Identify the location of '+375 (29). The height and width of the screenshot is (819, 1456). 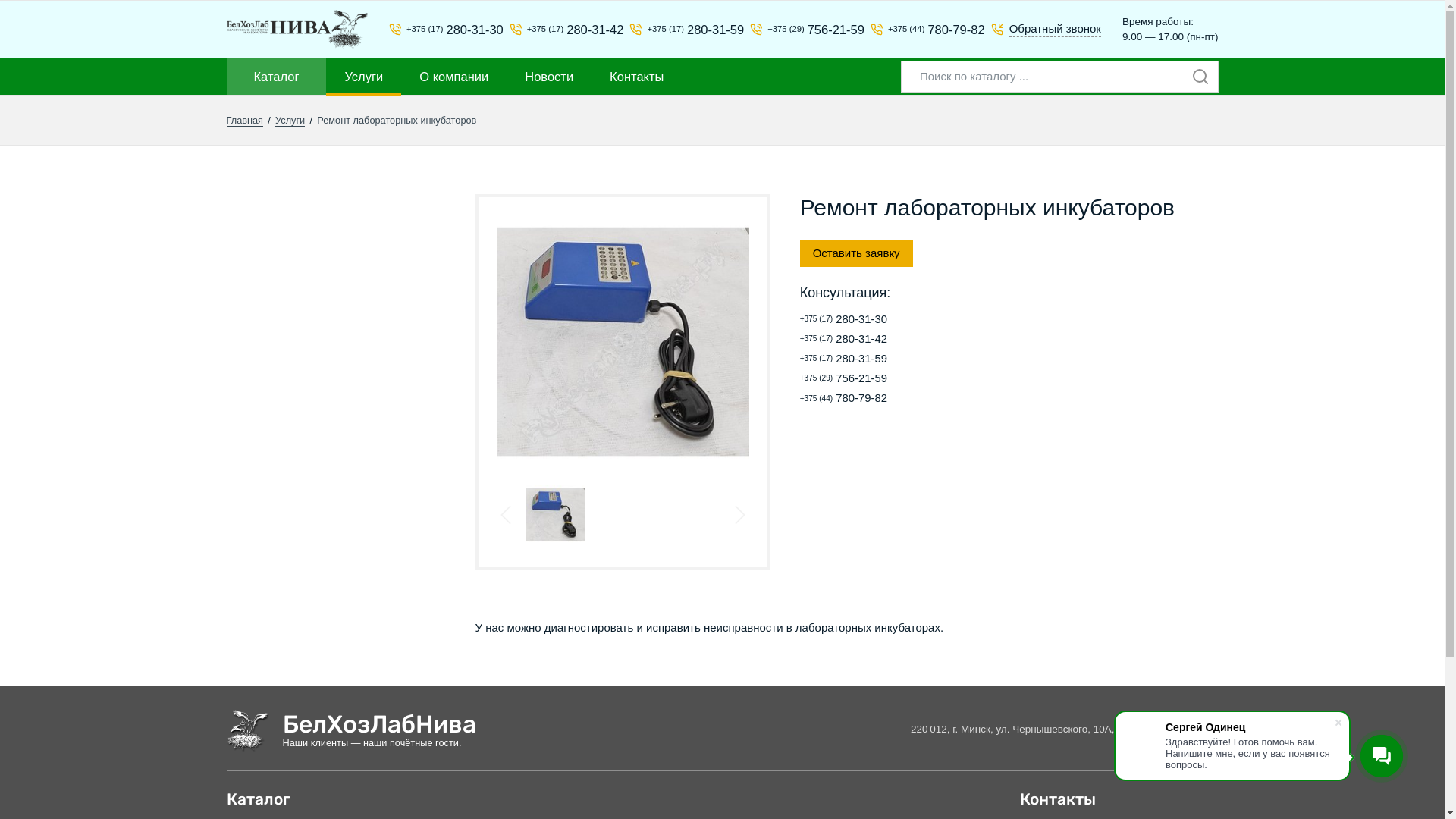
(899, 378).